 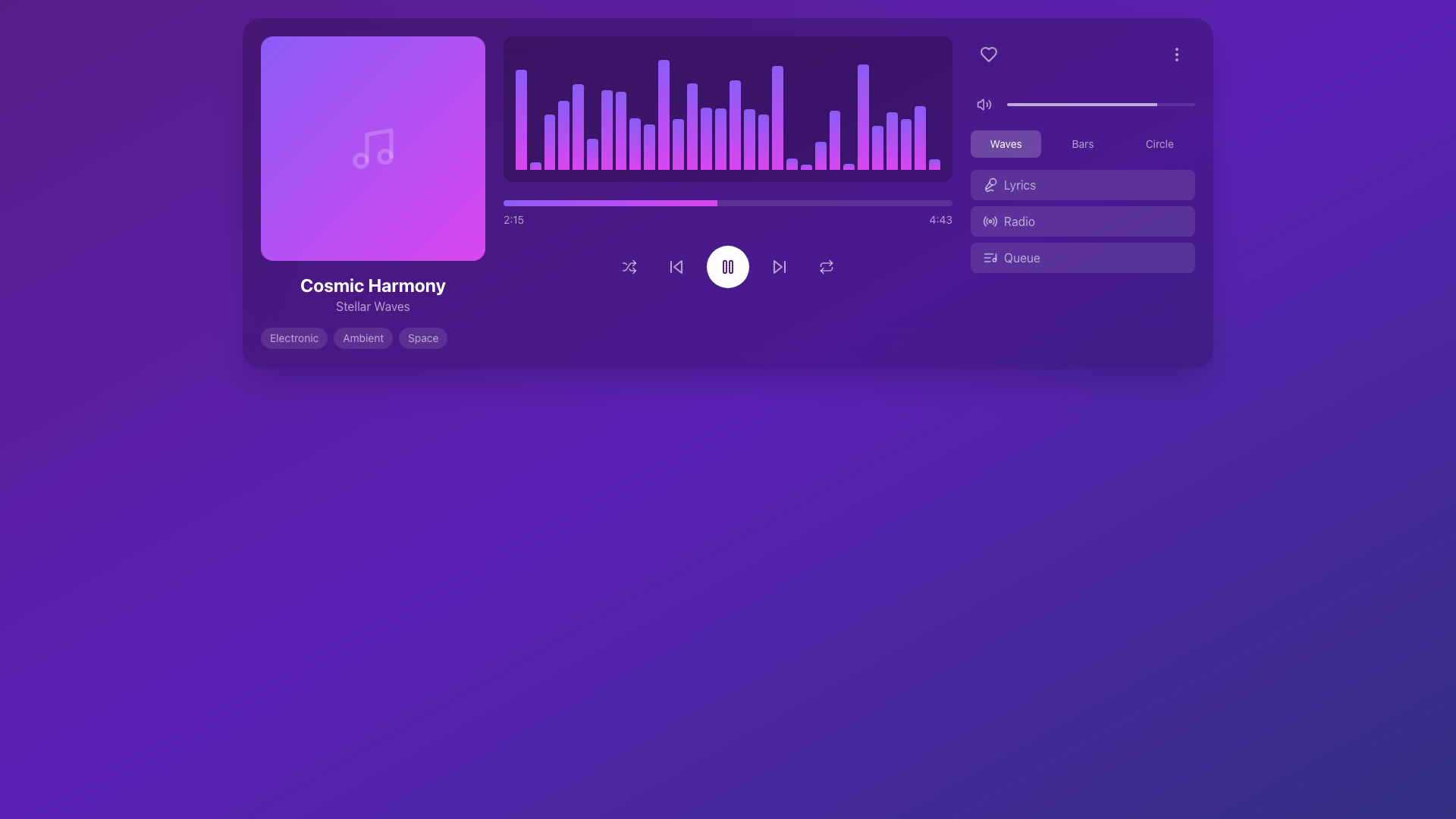 I want to click on the first button in the vertical list on the right side of the interface, so click(x=1082, y=184).